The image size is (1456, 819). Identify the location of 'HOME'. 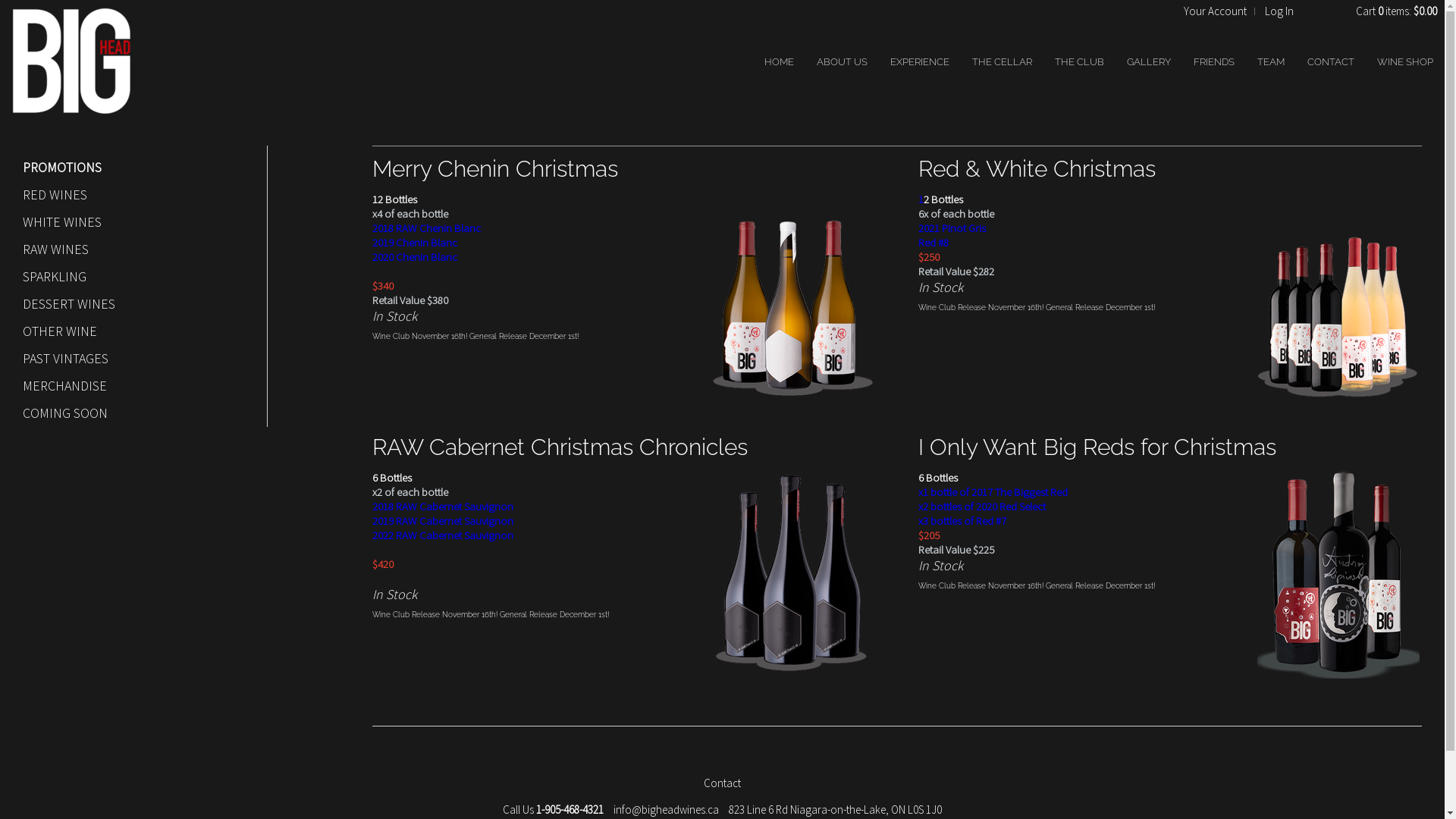
(779, 61).